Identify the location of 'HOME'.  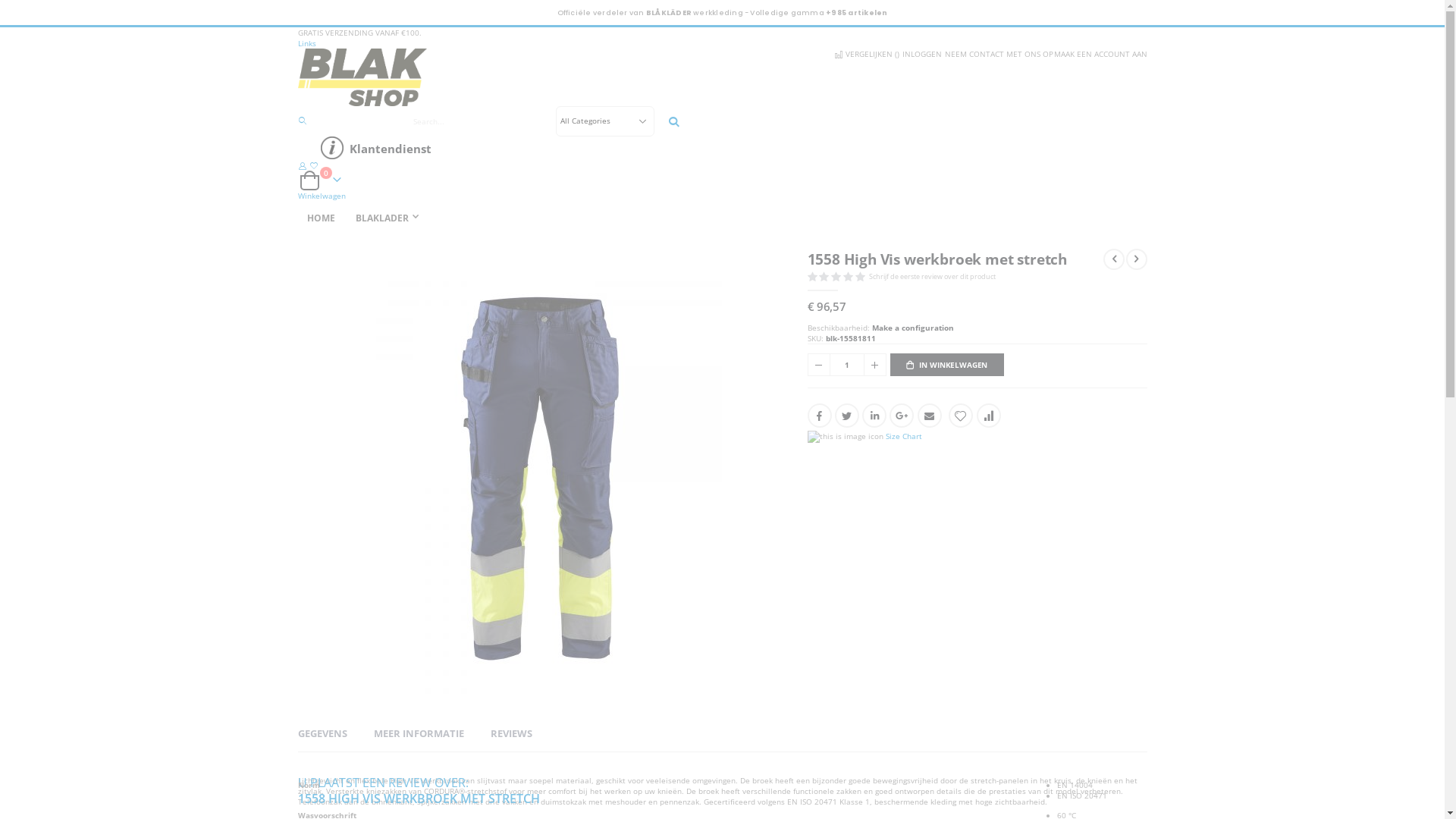
(297, 218).